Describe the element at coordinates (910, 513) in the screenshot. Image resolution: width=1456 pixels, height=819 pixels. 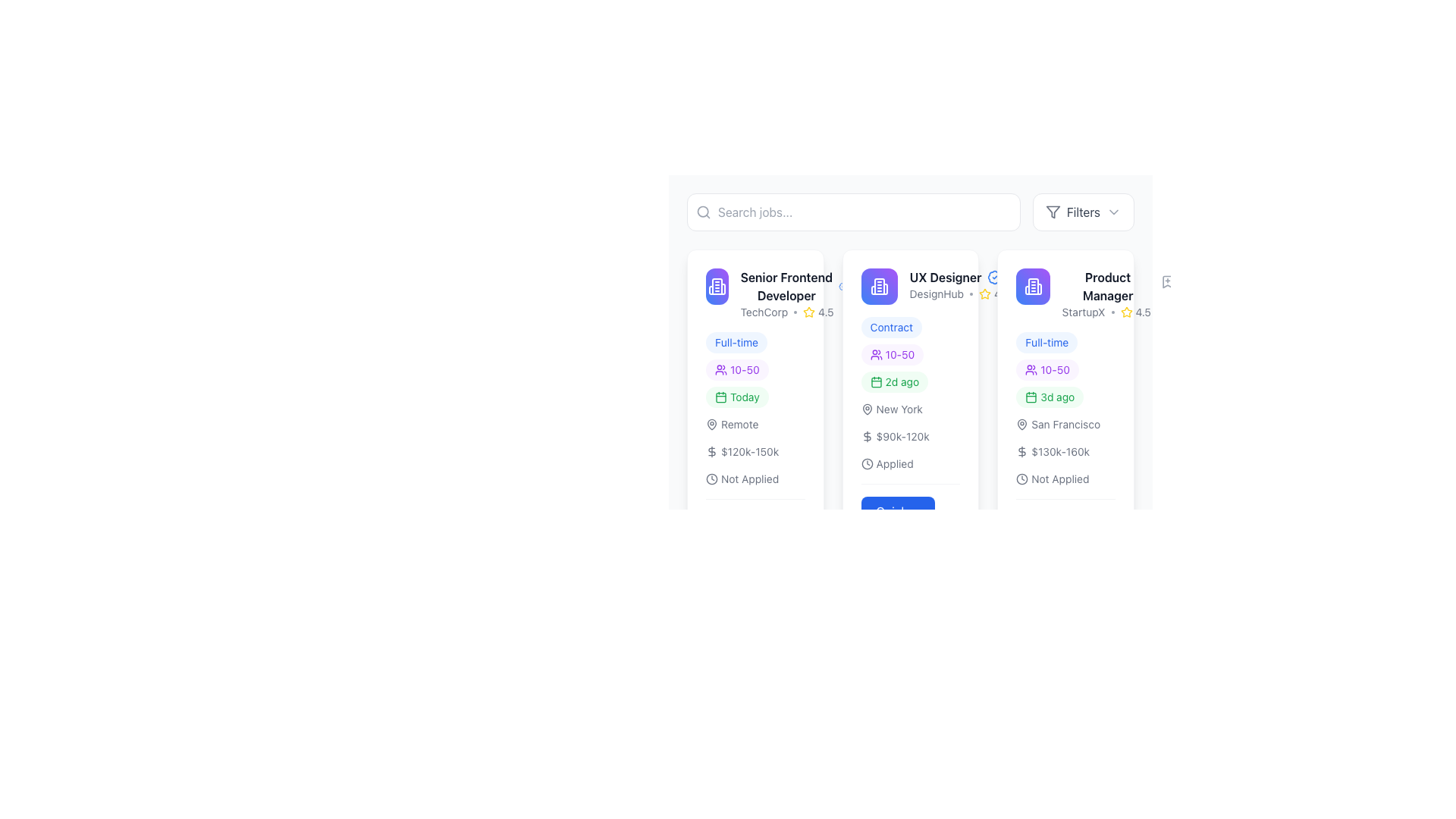
I see `the 'Quick Apply' button with rounded corners and a blue background` at that location.